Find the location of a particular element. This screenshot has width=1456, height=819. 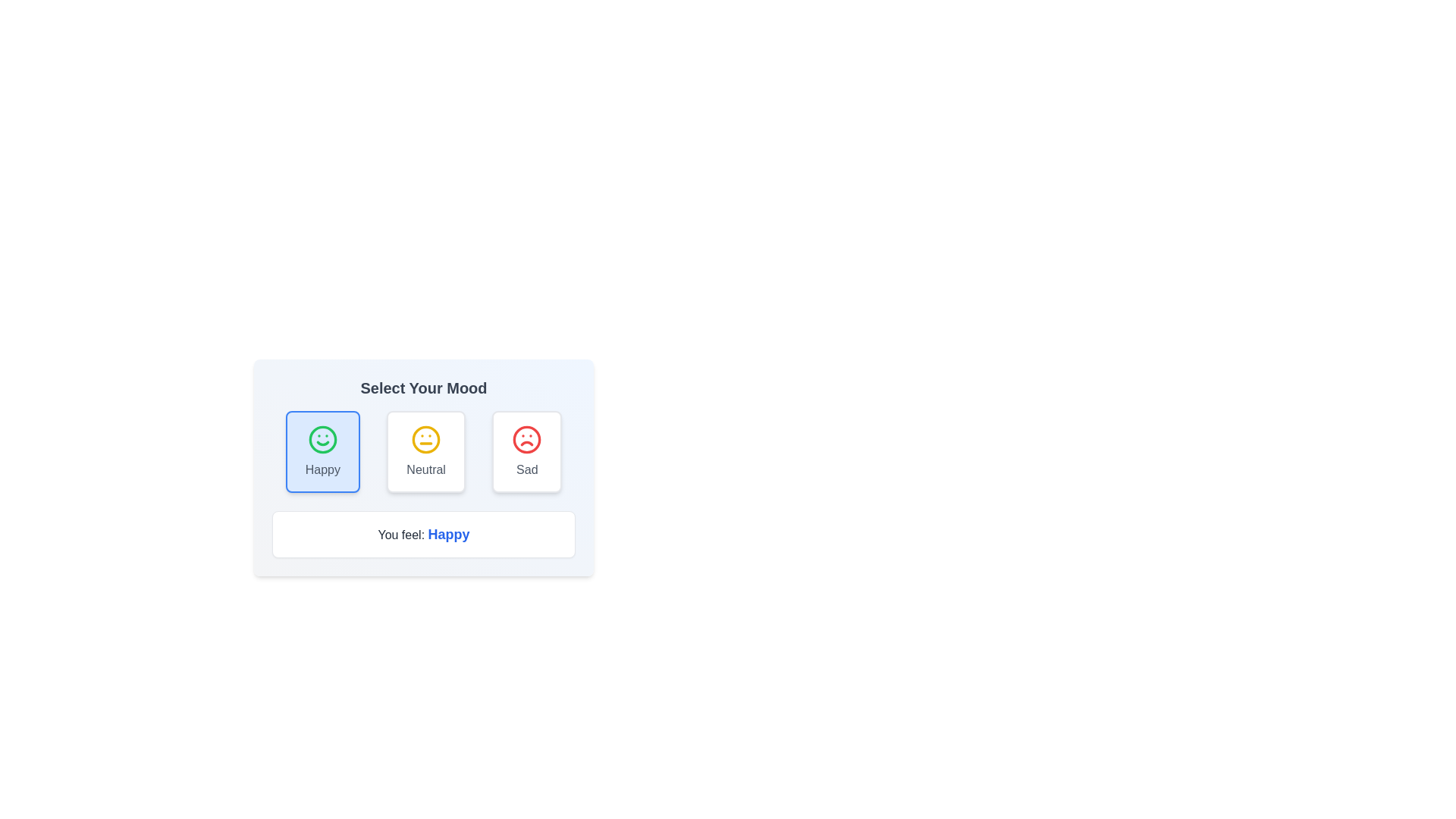

the 'Sad' mood selection button, which is a box-shaped component with a rounded border and a red frowning face icon above the label 'Sad' is located at coordinates (527, 451).